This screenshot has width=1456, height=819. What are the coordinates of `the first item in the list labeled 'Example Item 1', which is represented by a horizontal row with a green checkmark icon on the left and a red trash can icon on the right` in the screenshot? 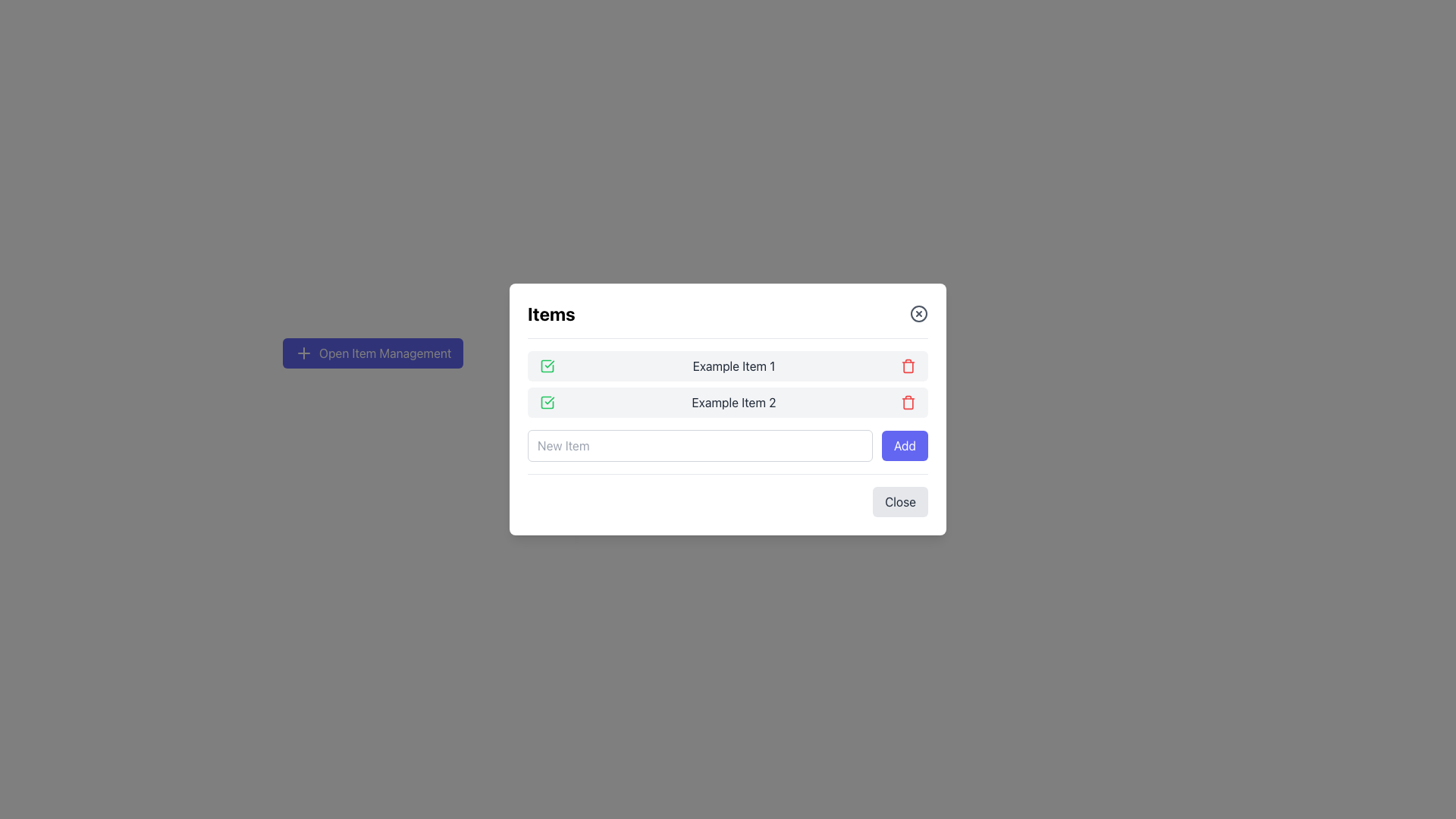 It's located at (728, 366).